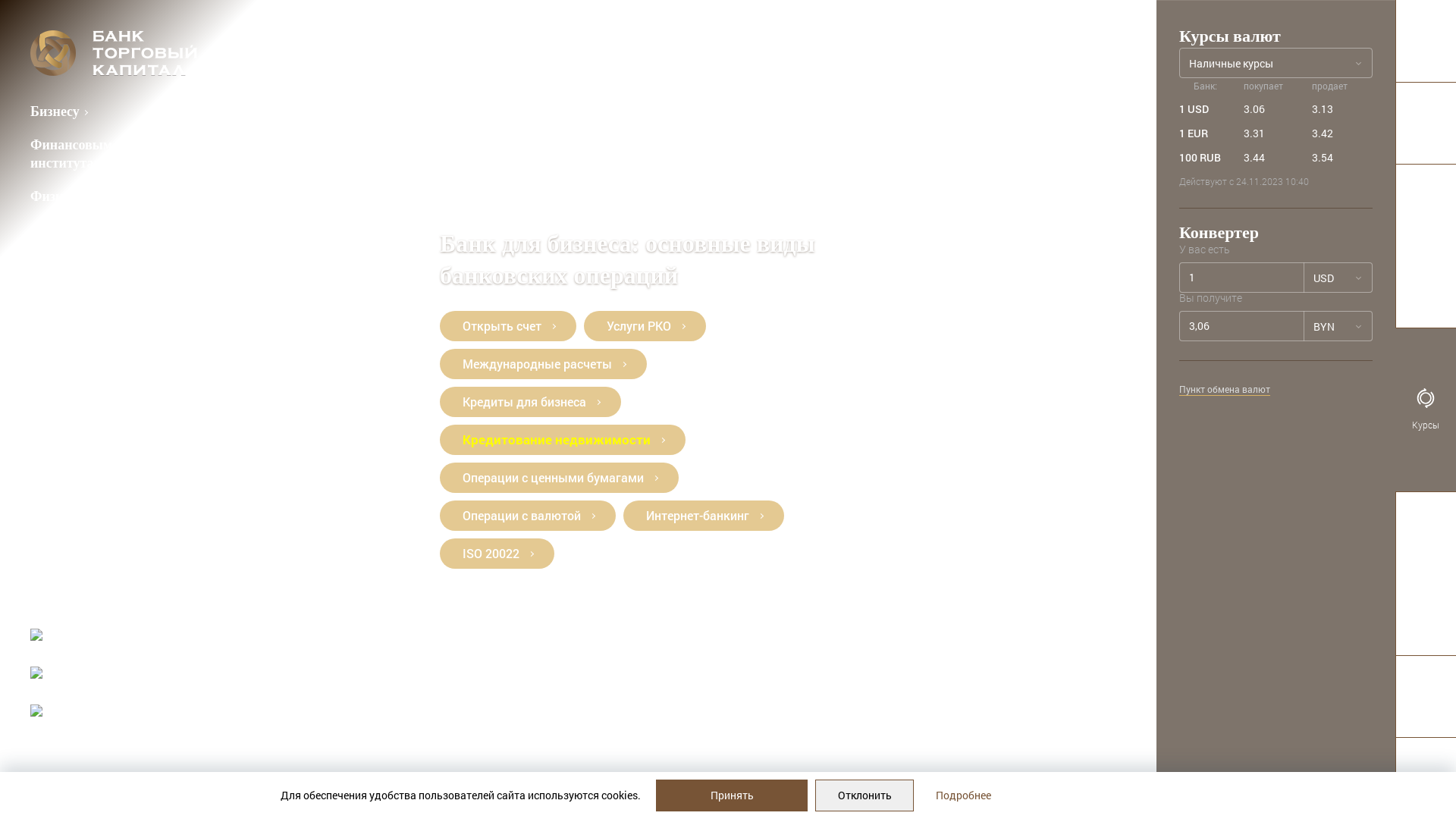 The height and width of the screenshot is (819, 1456). Describe the element at coordinates (497, 553) in the screenshot. I see `'ISO 20022'` at that location.